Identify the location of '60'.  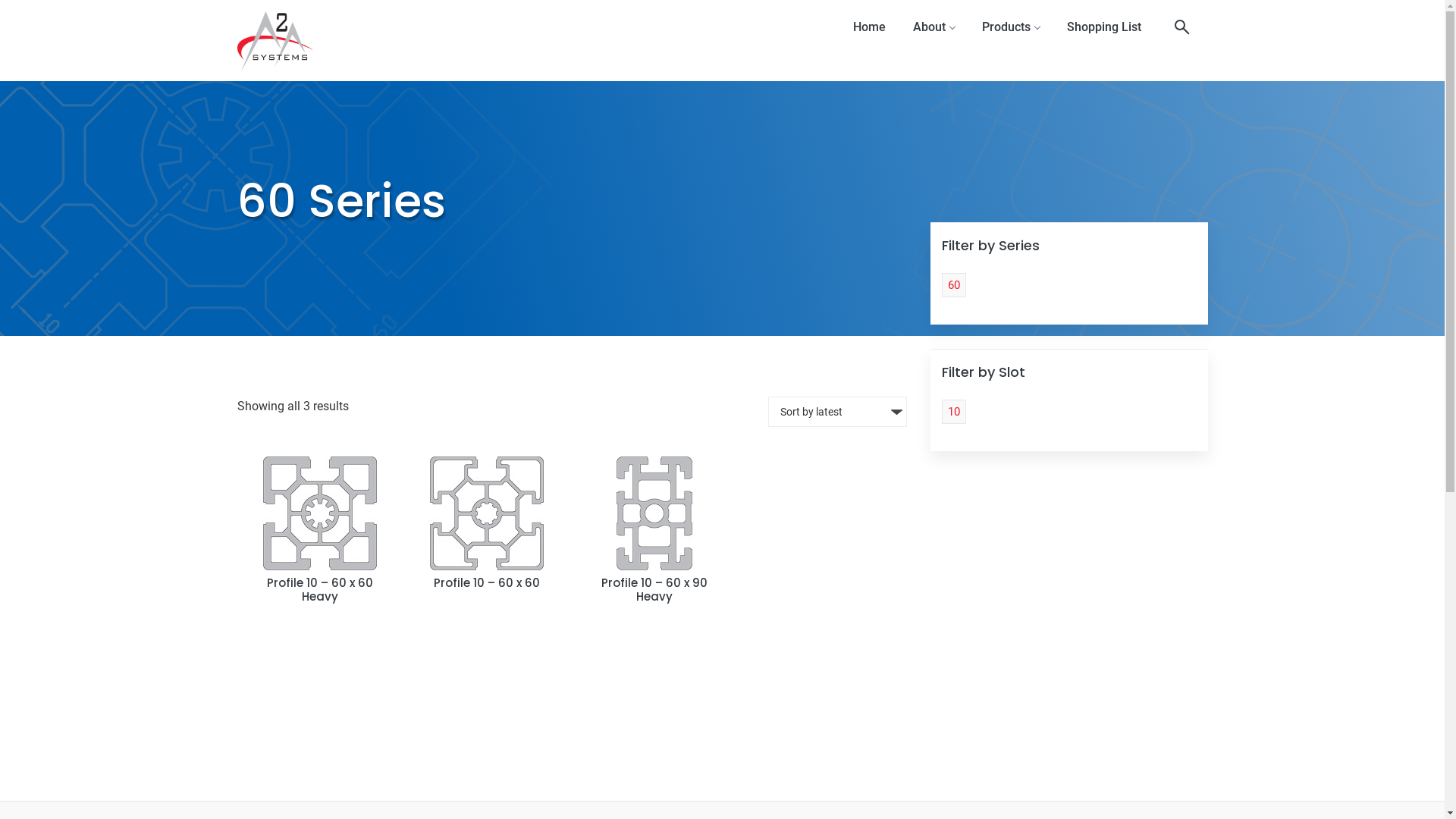
(952, 284).